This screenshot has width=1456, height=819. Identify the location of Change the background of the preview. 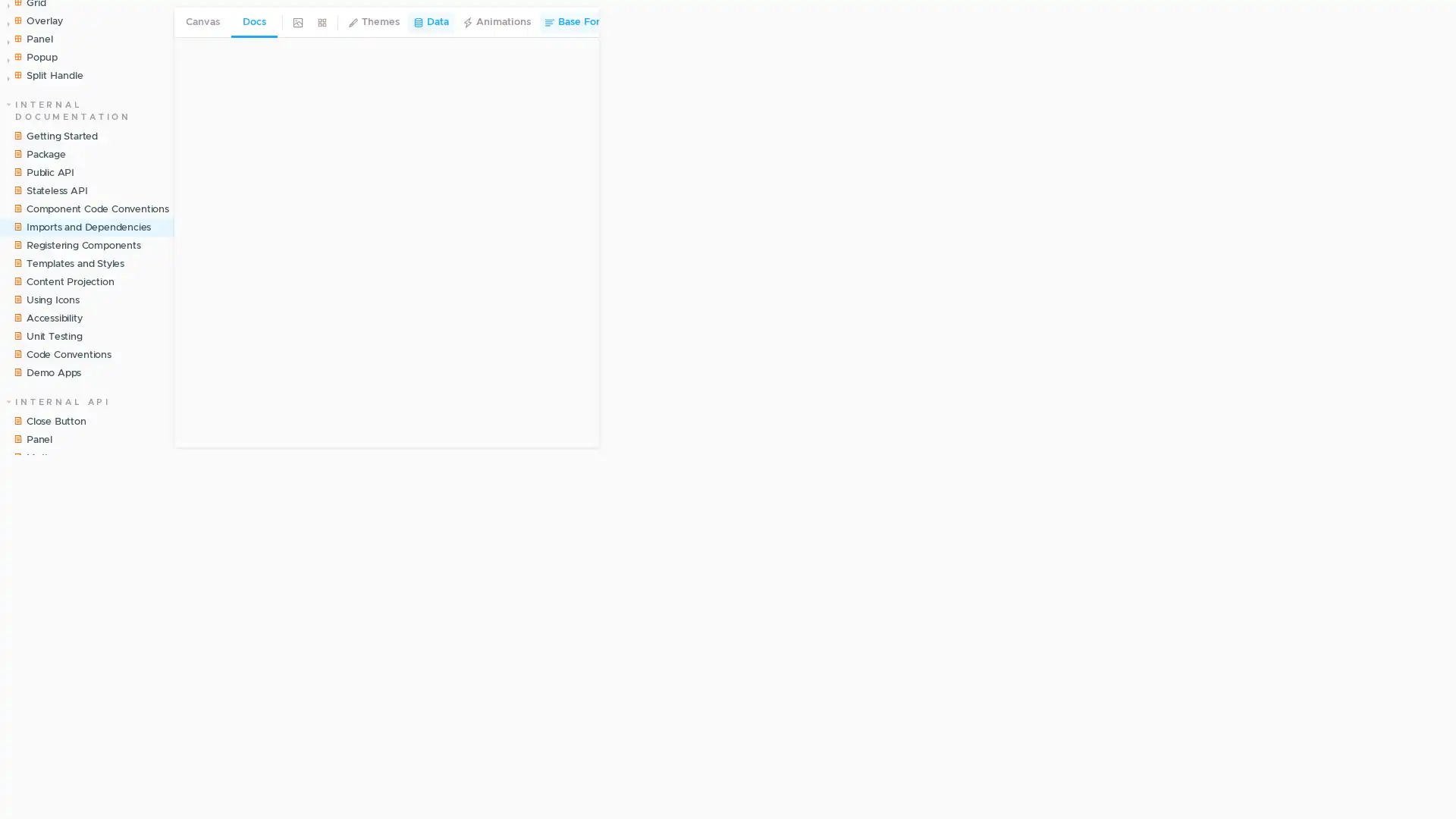
(298, 23).